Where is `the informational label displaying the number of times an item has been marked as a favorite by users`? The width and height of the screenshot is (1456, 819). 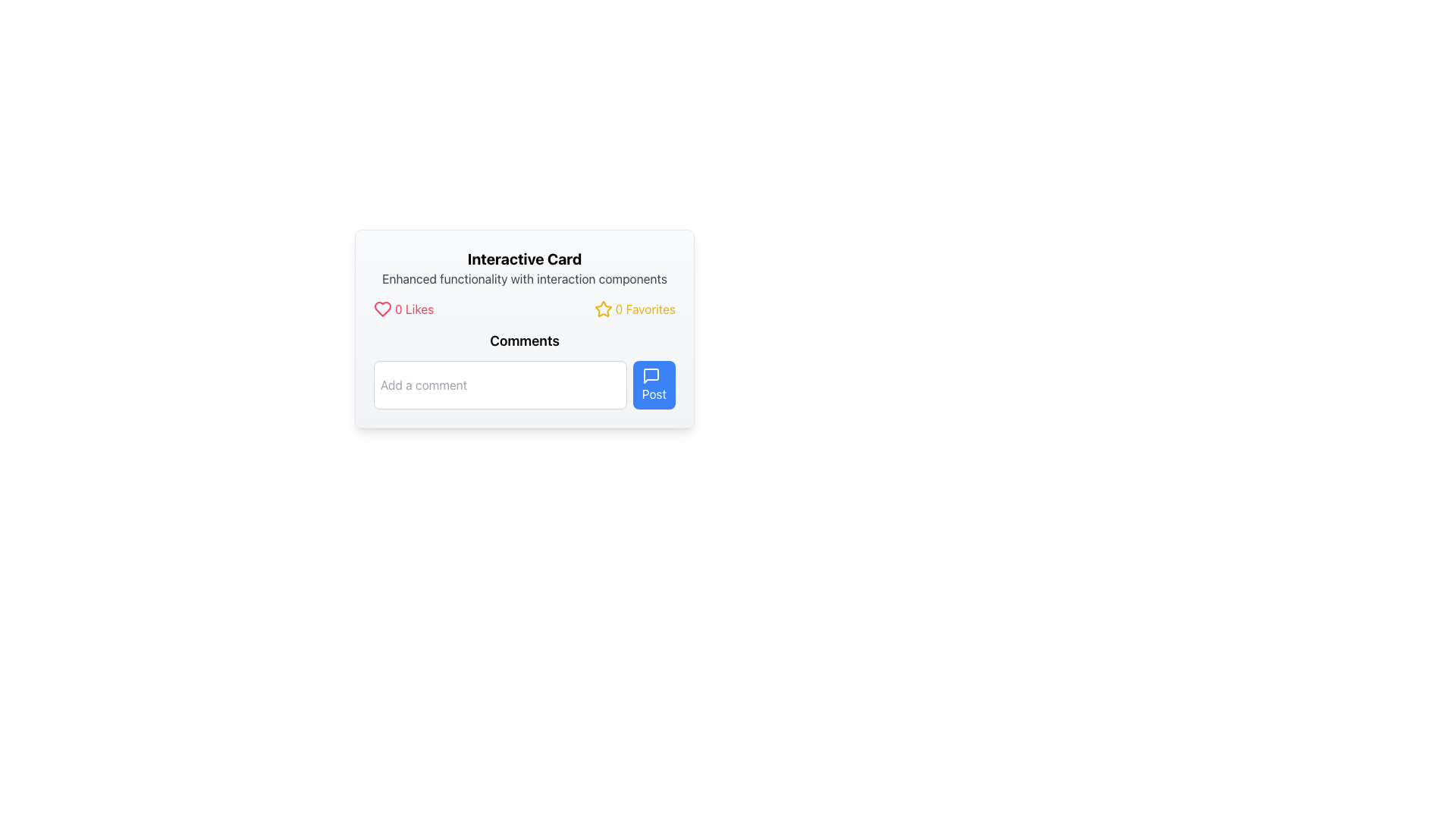
the informational label displaying the number of times an item has been marked as a favorite by users is located at coordinates (645, 309).